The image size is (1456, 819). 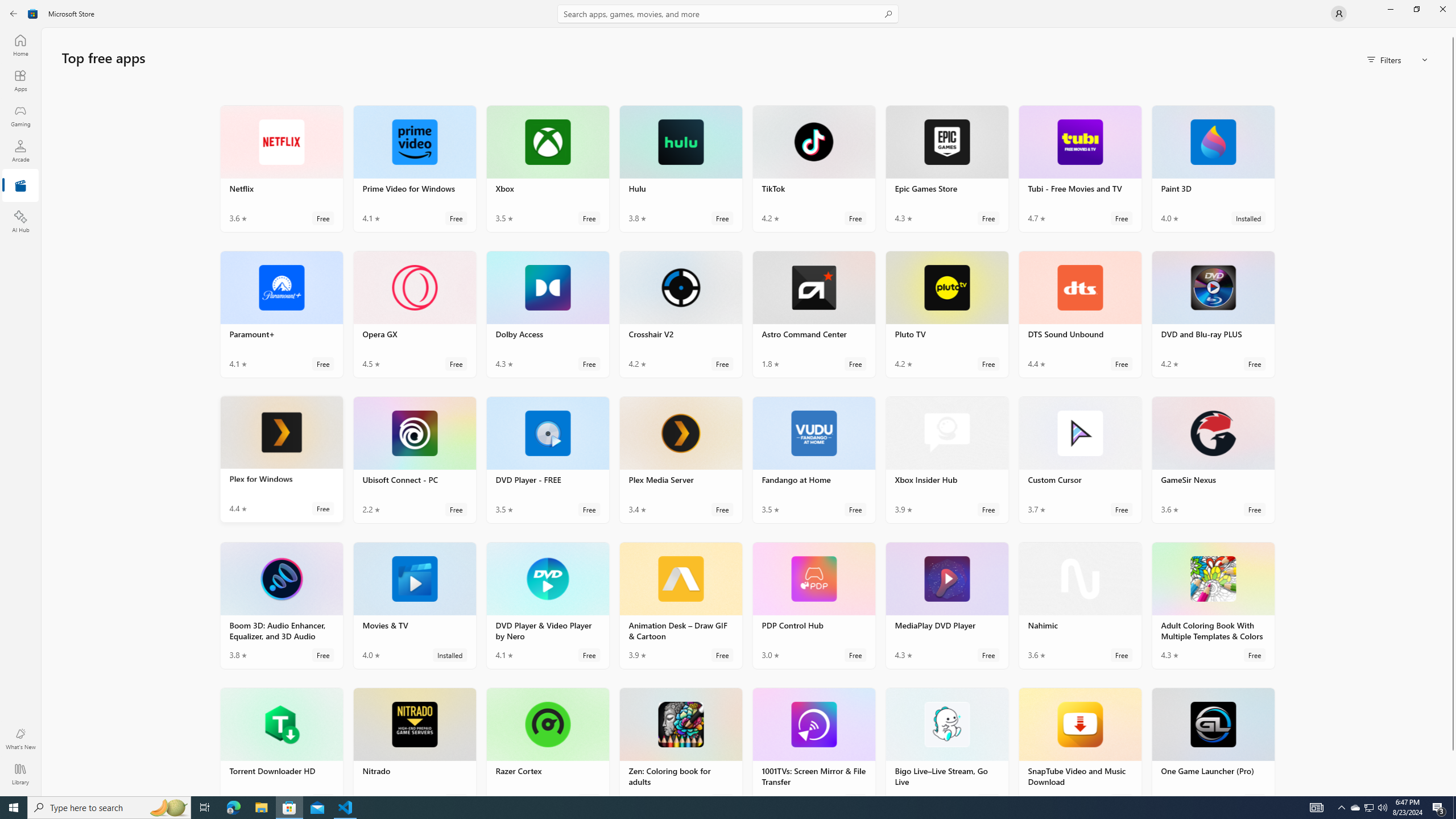 I want to click on 'Hulu. Average rating of 3.8 out of five stars. Free  ', so click(x=680, y=167).